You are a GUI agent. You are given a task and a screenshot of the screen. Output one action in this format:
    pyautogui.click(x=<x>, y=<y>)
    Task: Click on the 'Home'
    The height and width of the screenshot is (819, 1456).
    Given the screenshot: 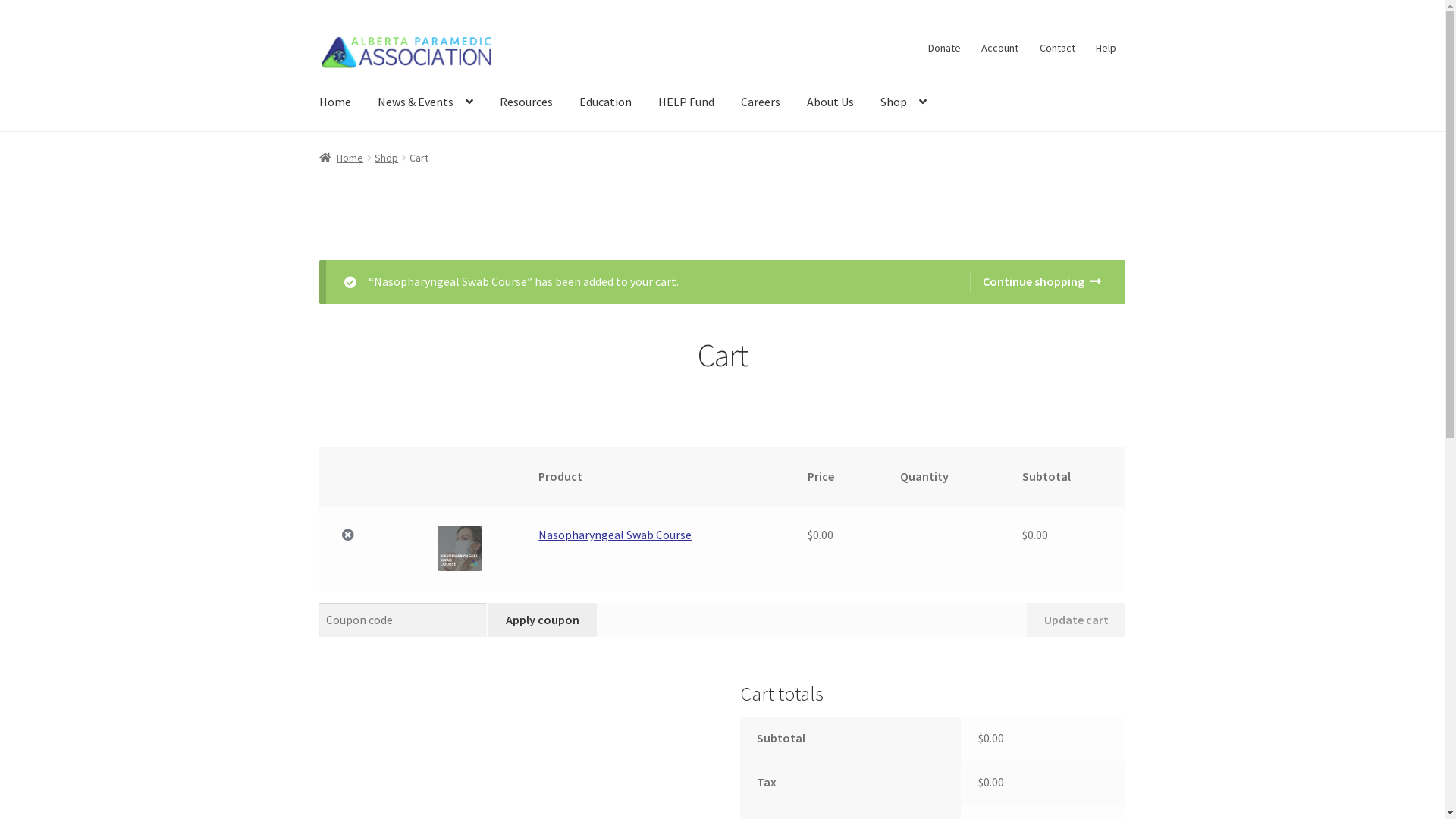 What is the action you would take?
    pyautogui.click(x=340, y=158)
    